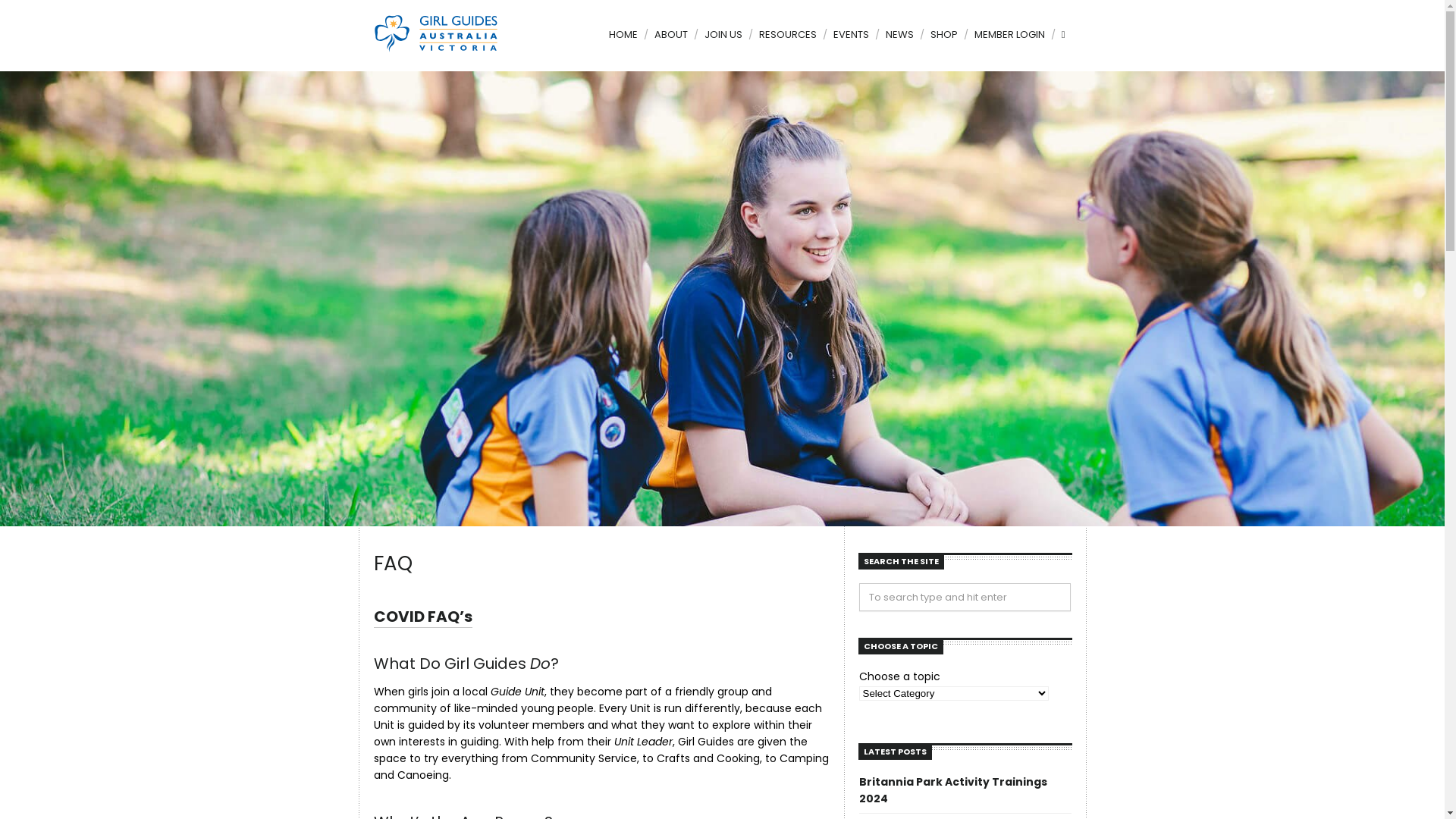 The width and height of the screenshot is (1456, 819). What do you see at coordinates (1007, 42) in the screenshot?
I see `'MEMBER LOGIN'` at bounding box center [1007, 42].